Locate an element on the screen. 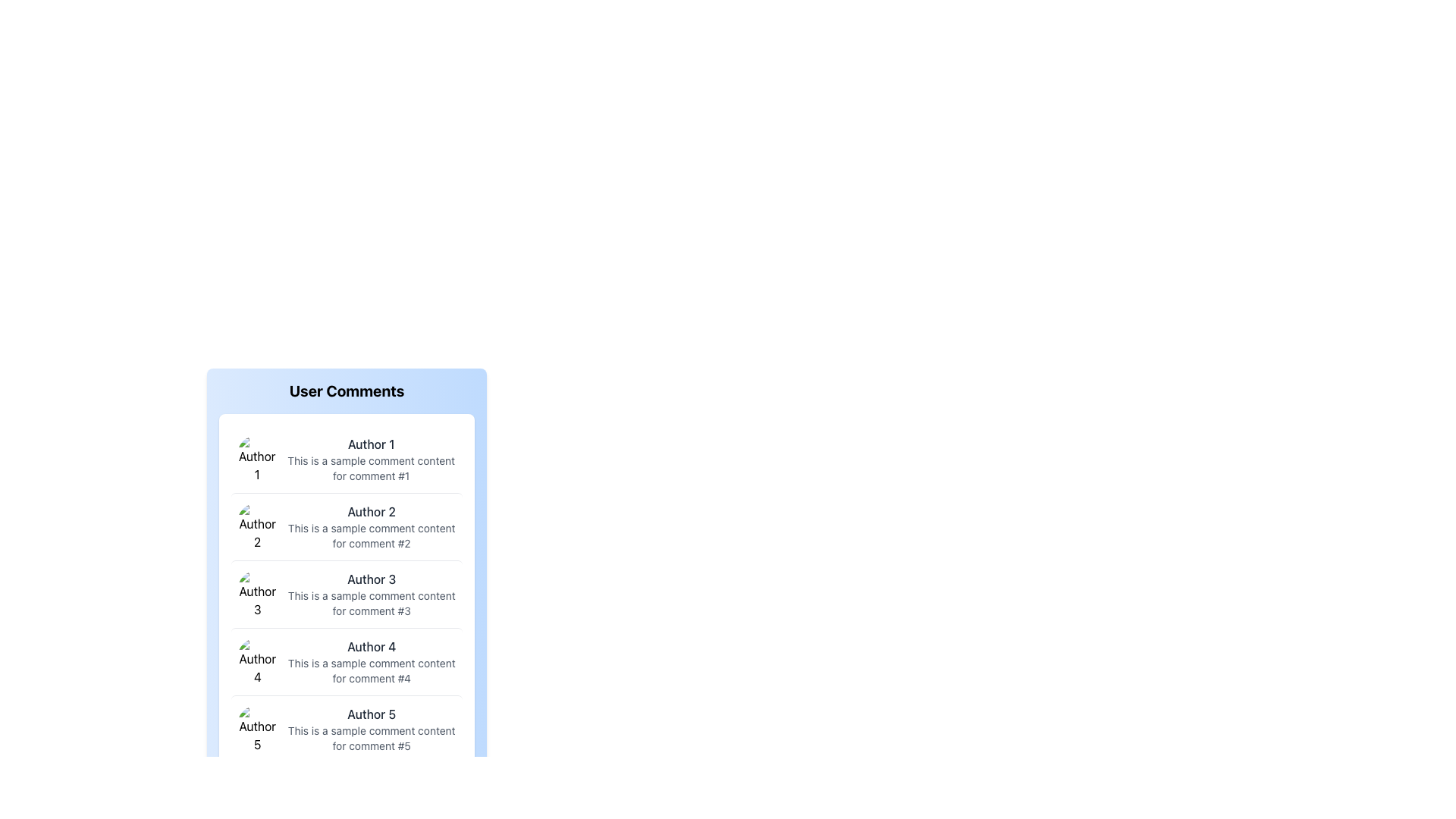 The height and width of the screenshot is (819, 1456). the comment presented in the third text block of the vertically arranged comment list, located between 'Author 2' and 'Author 4' is located at coordinates (372, 593).